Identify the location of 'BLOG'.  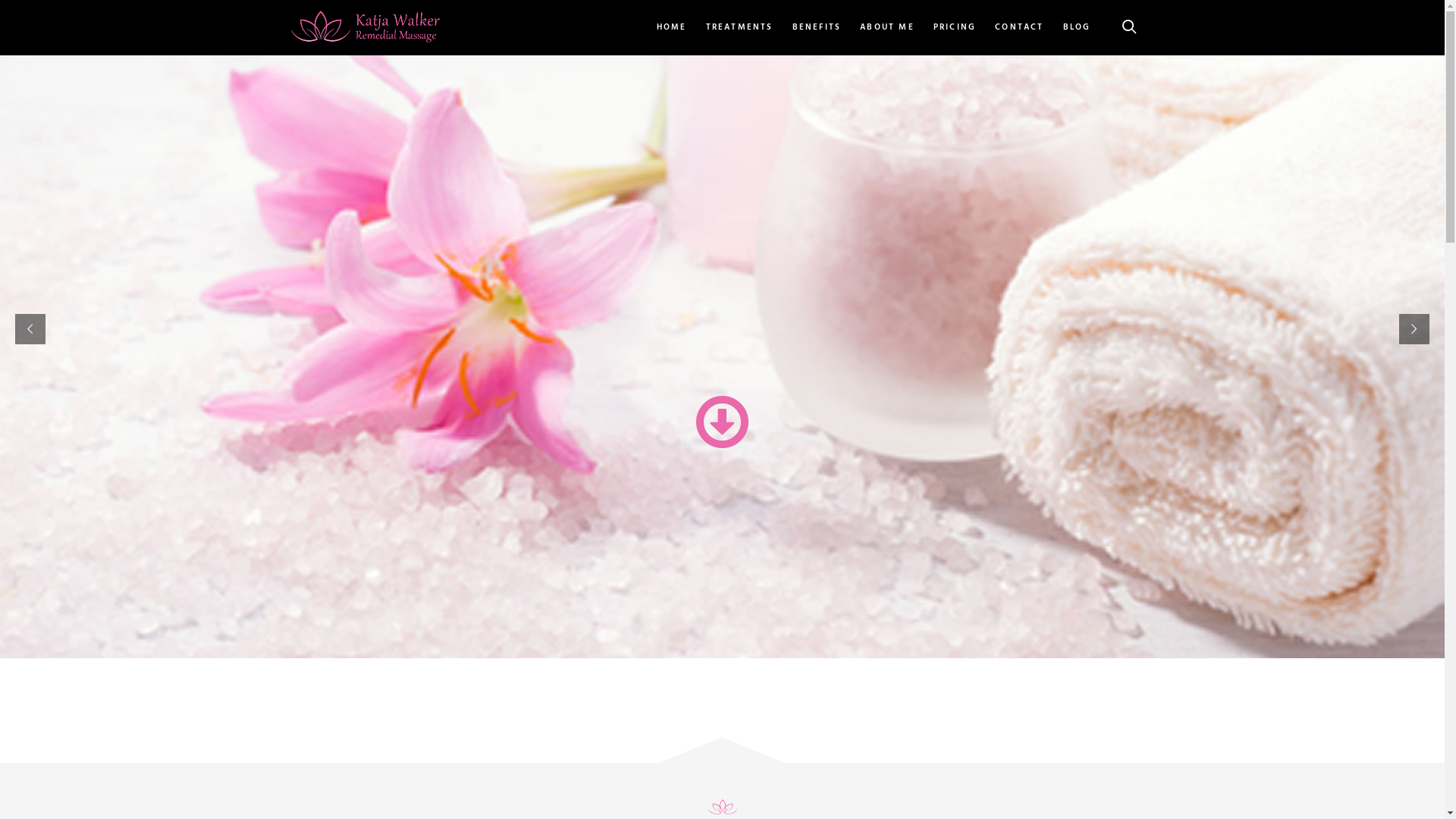
(1054, 27).